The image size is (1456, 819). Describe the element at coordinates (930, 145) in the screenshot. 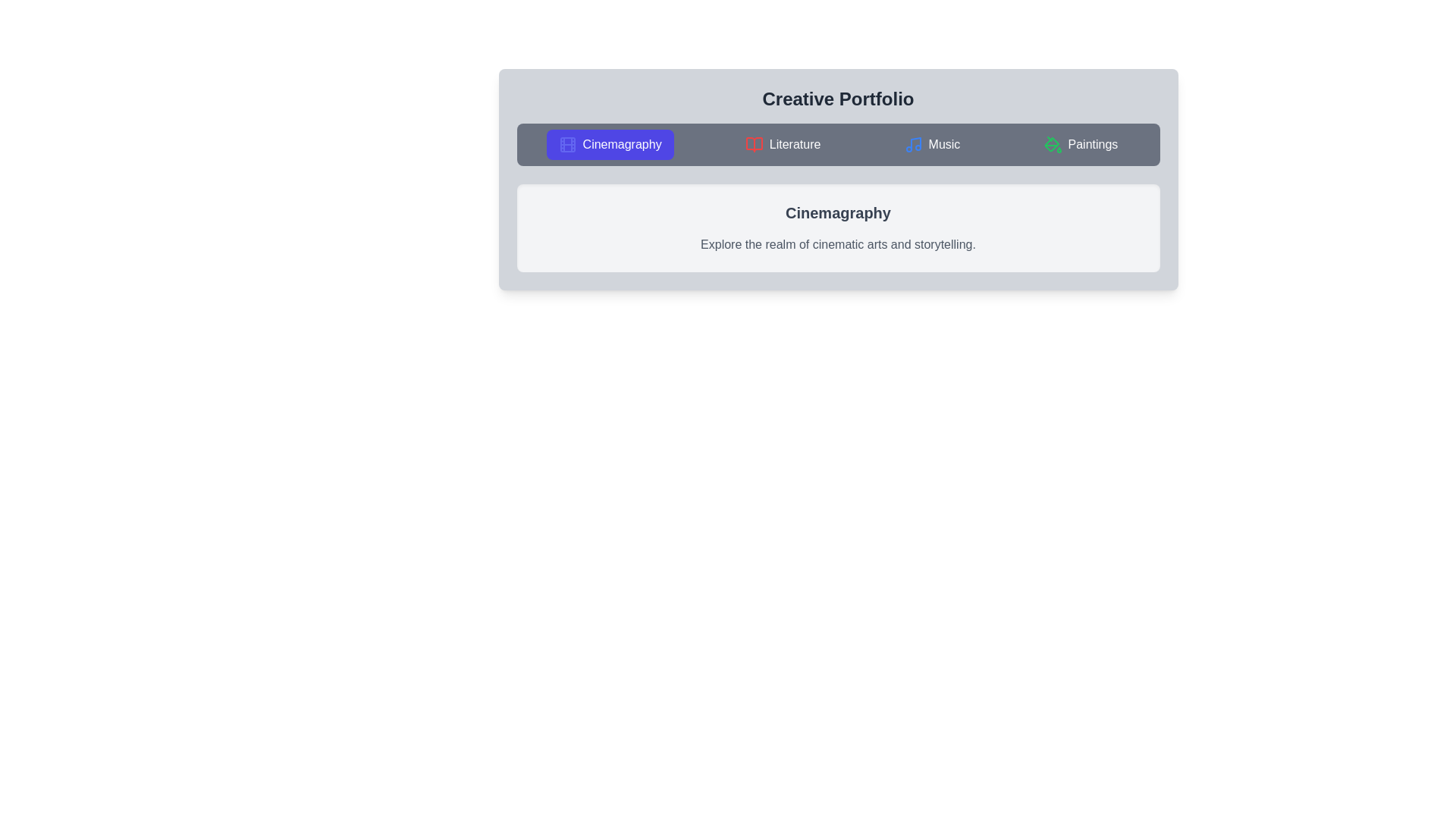

I see `the tab labeled Music and observe its content` at that location.